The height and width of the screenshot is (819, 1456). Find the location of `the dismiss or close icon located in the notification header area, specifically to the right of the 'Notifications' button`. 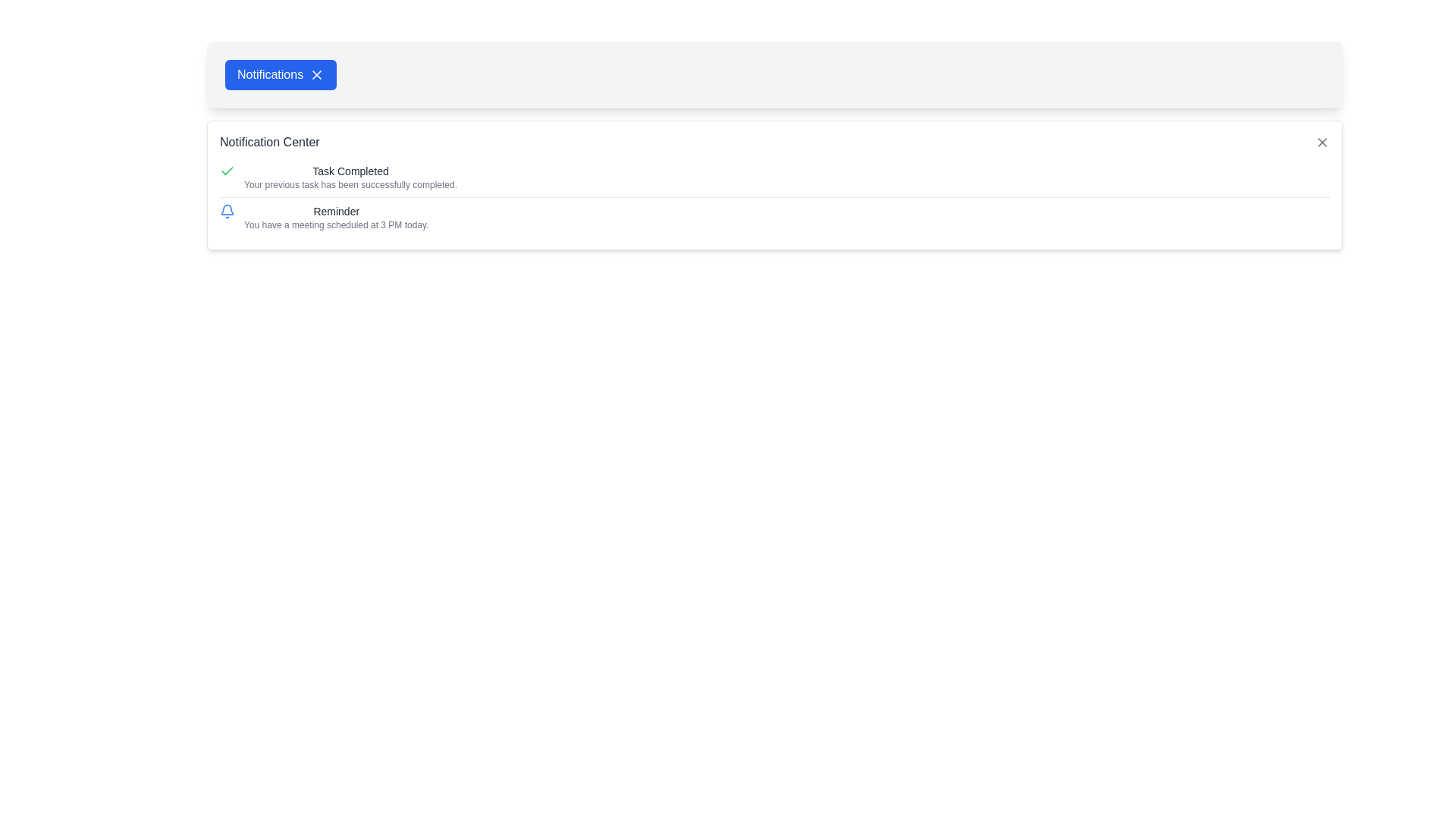

the dismiss or close icon located in the notification header area, specifically to the right of the 'Notifications' button is located at coordinates (316, 75).